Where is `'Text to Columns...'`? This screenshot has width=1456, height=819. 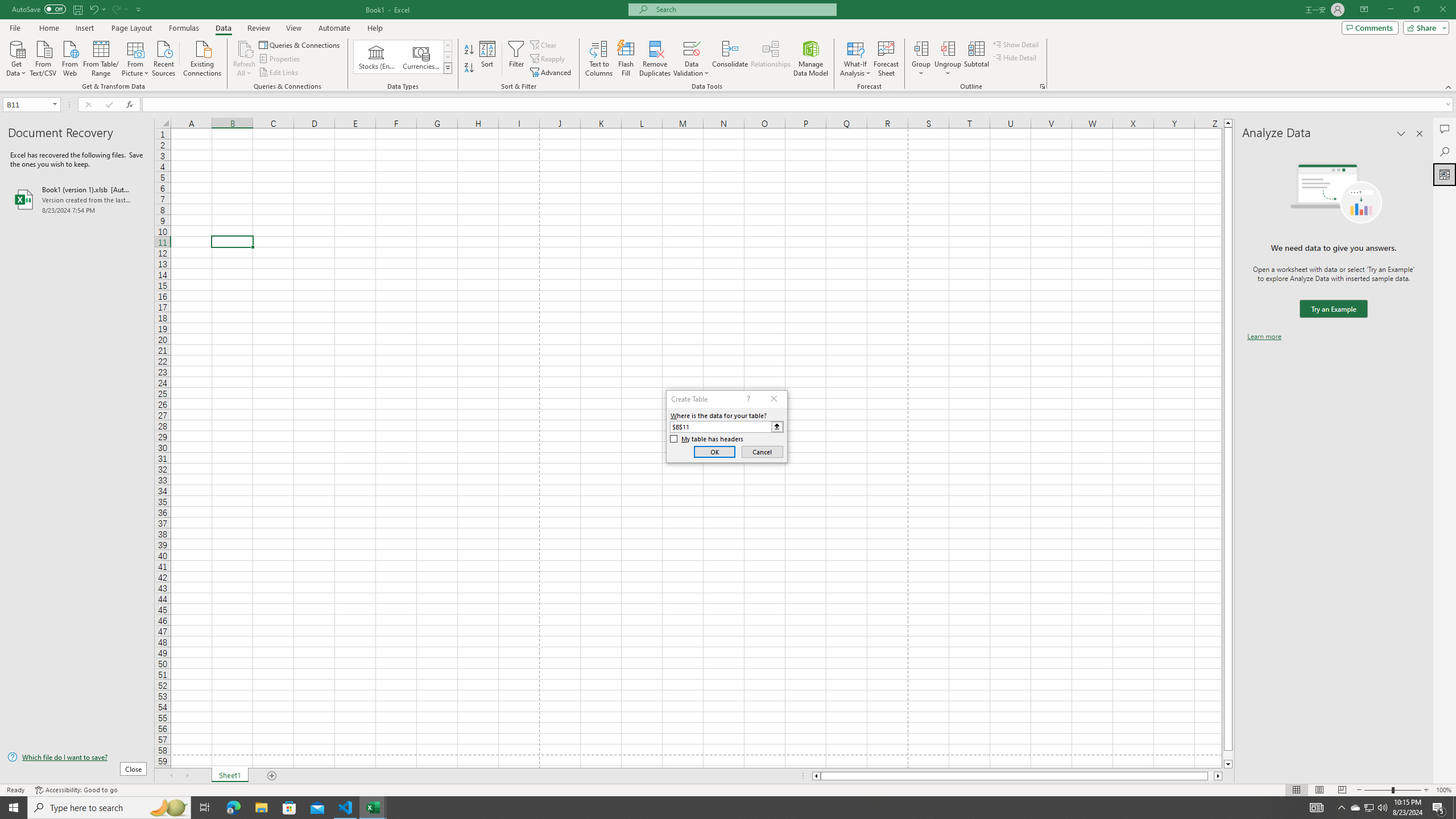
'Text to Columns...' is located at coordinates (598, 59).